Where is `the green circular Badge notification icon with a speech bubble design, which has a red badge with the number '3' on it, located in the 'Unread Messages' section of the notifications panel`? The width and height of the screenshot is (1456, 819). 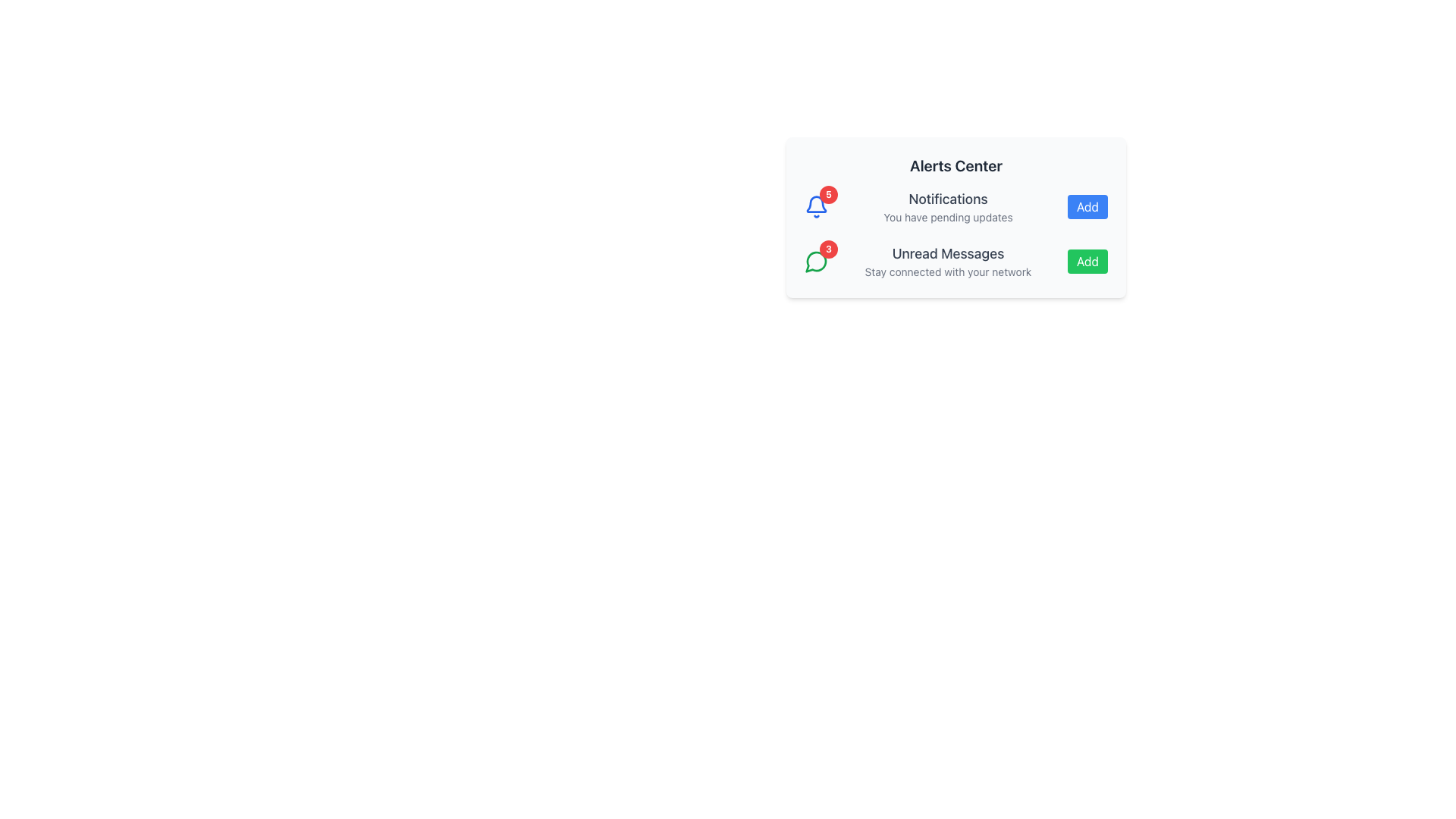 the green circular Badge notification icon with a speech bubble design, which has a red badge with the number '3' on it, located in the 'Unread Messages' section of the notifications panel is located at coordinates (815, 260).